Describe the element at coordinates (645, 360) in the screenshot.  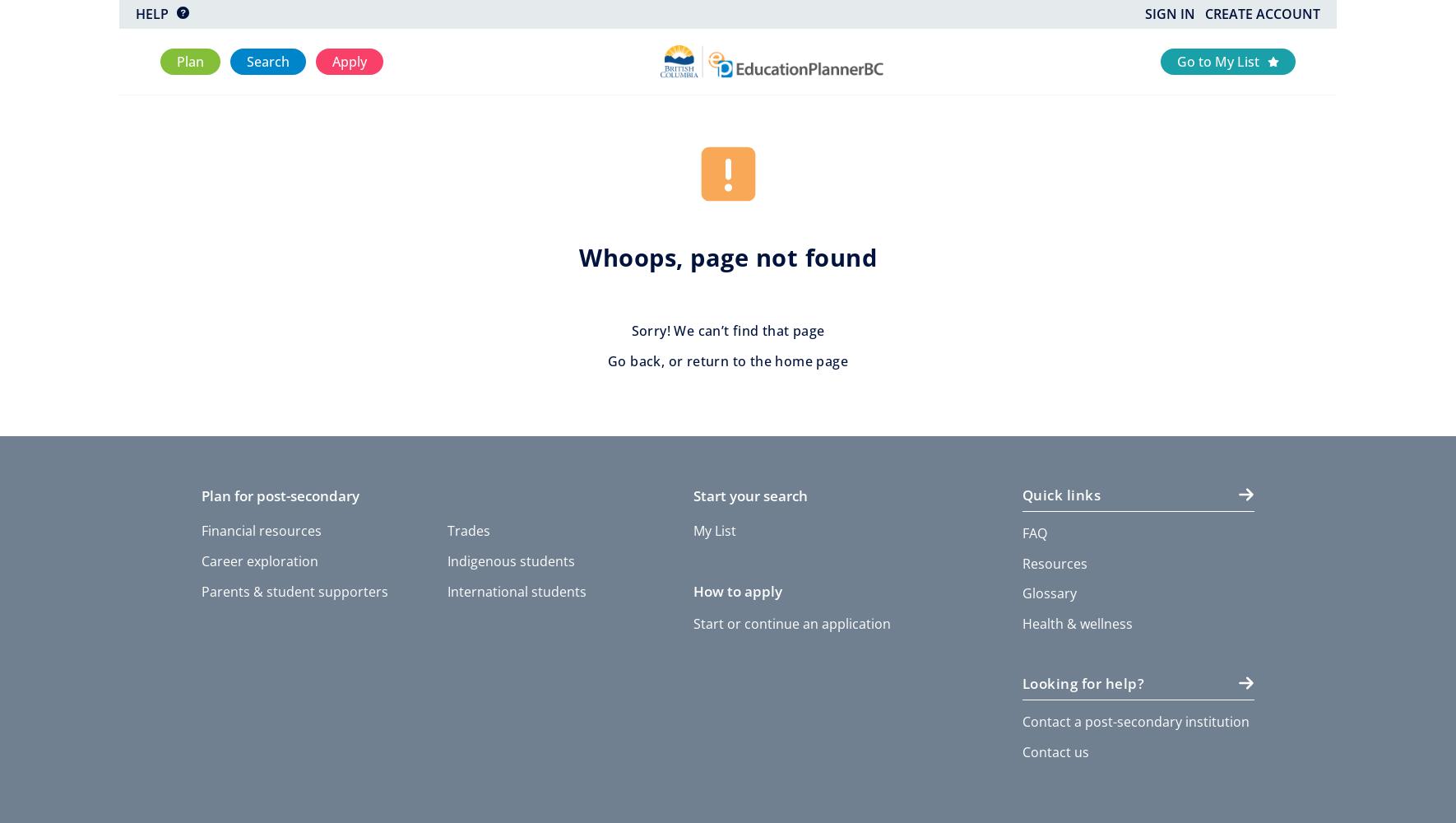
I see `'back'` at that location.